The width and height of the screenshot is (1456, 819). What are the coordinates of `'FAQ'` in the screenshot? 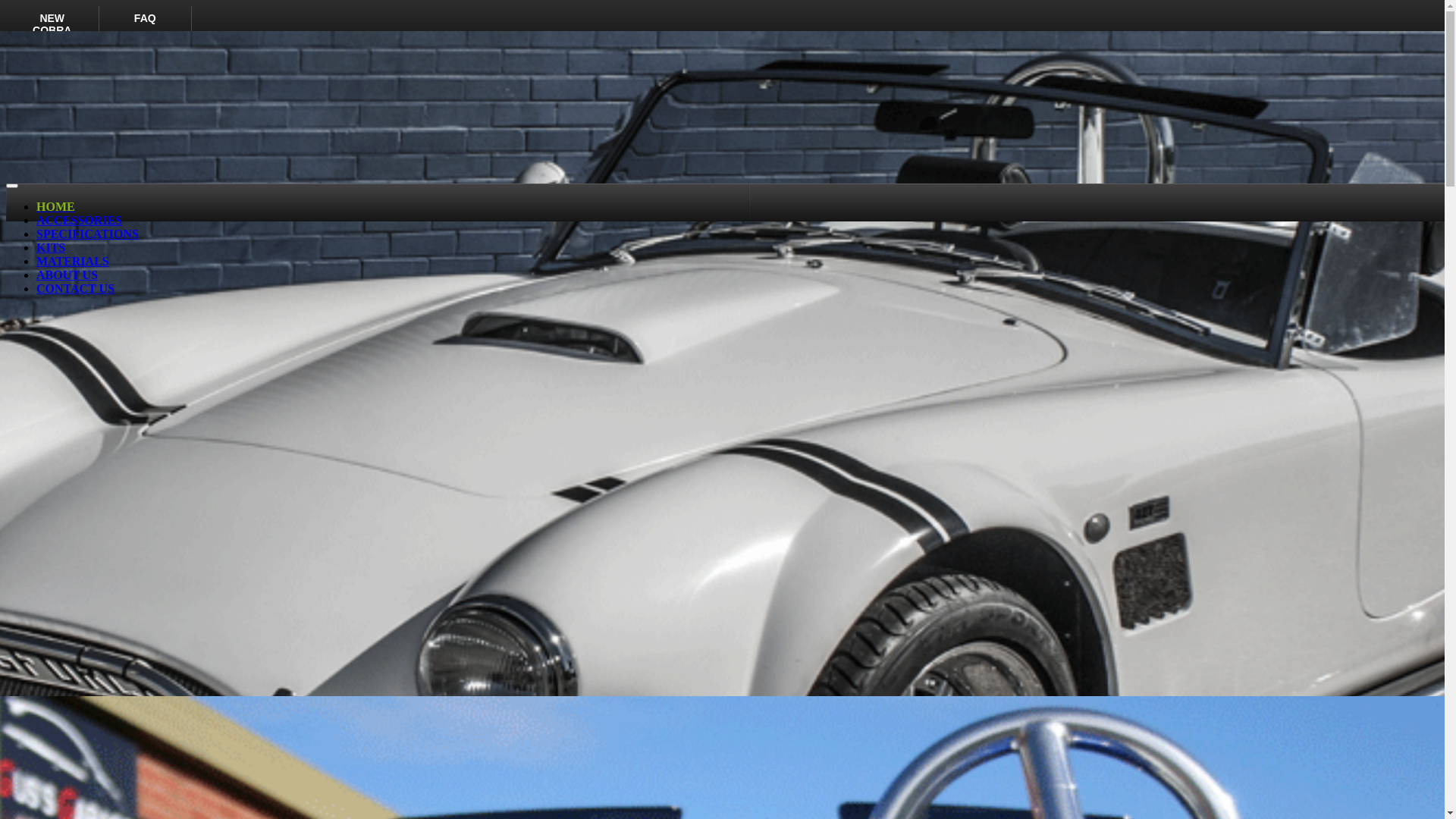 It's located at (145, 26).